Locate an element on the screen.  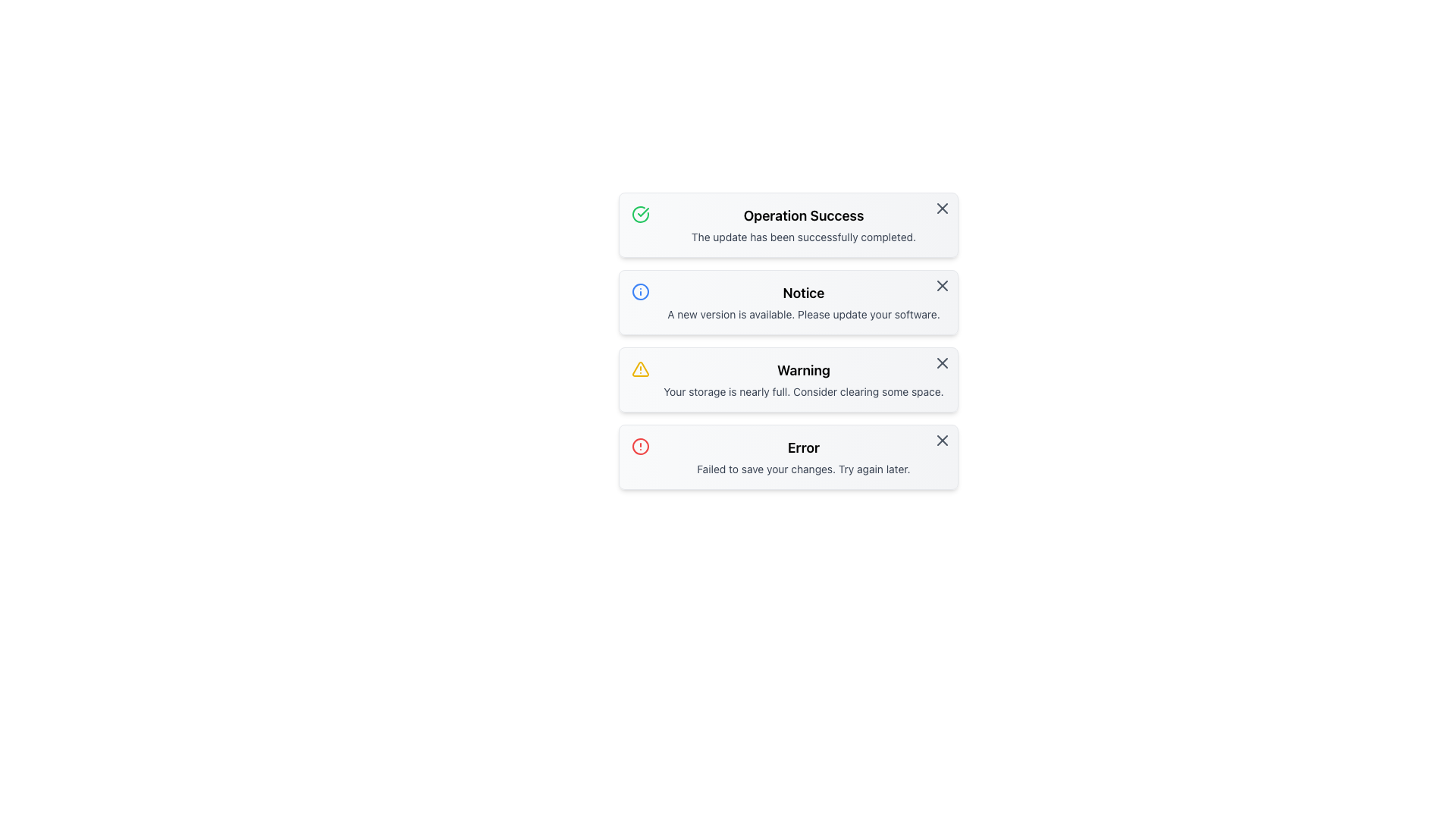
outer circle of the blue circular icon located to the left of the 'Notice' label, which is the second icon in a vertical list of status messages is located at coordinates (640, 292).